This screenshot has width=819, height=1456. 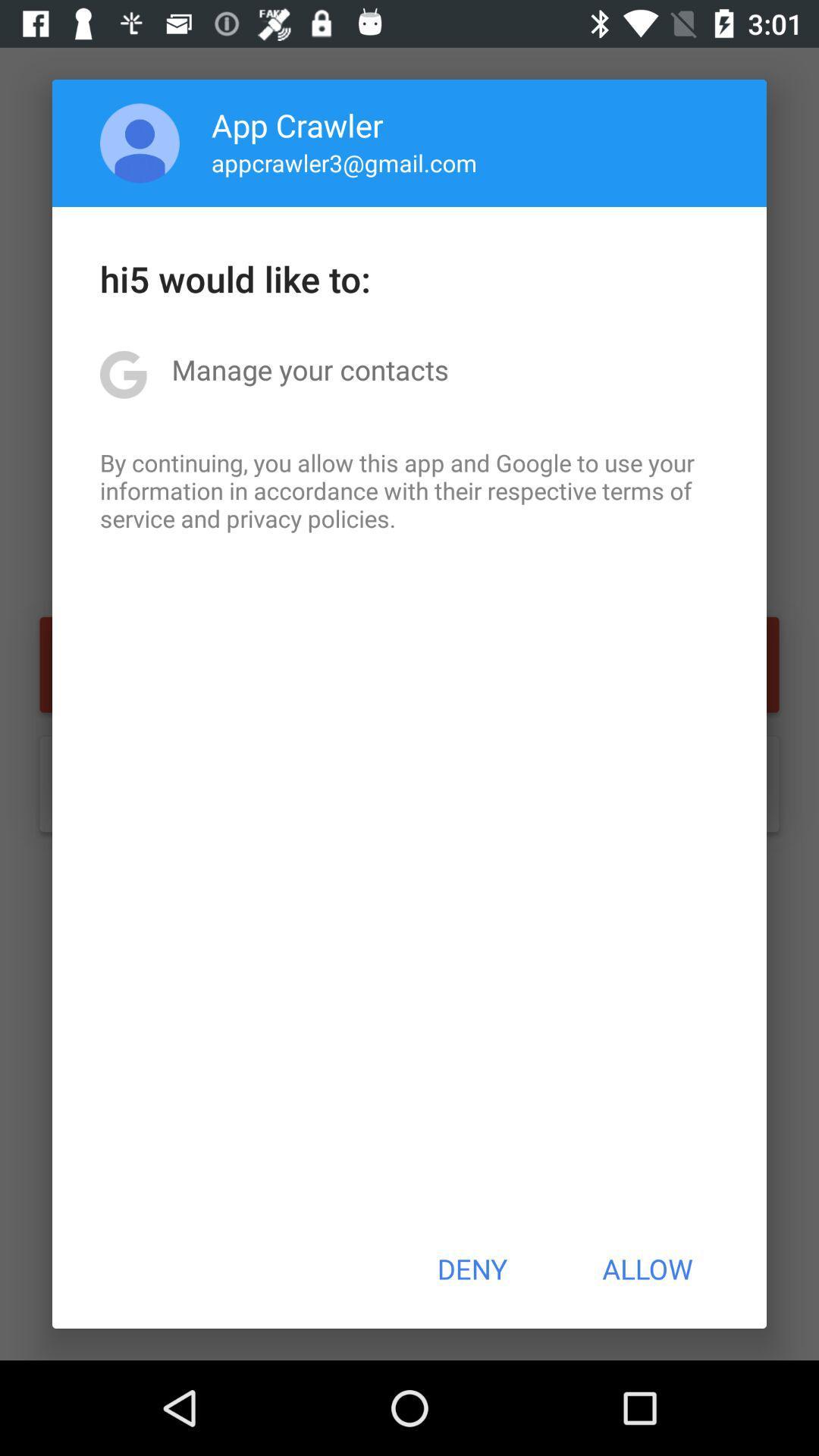 I want to click on item to the left of the app crawler, so click(x=140, y=143).